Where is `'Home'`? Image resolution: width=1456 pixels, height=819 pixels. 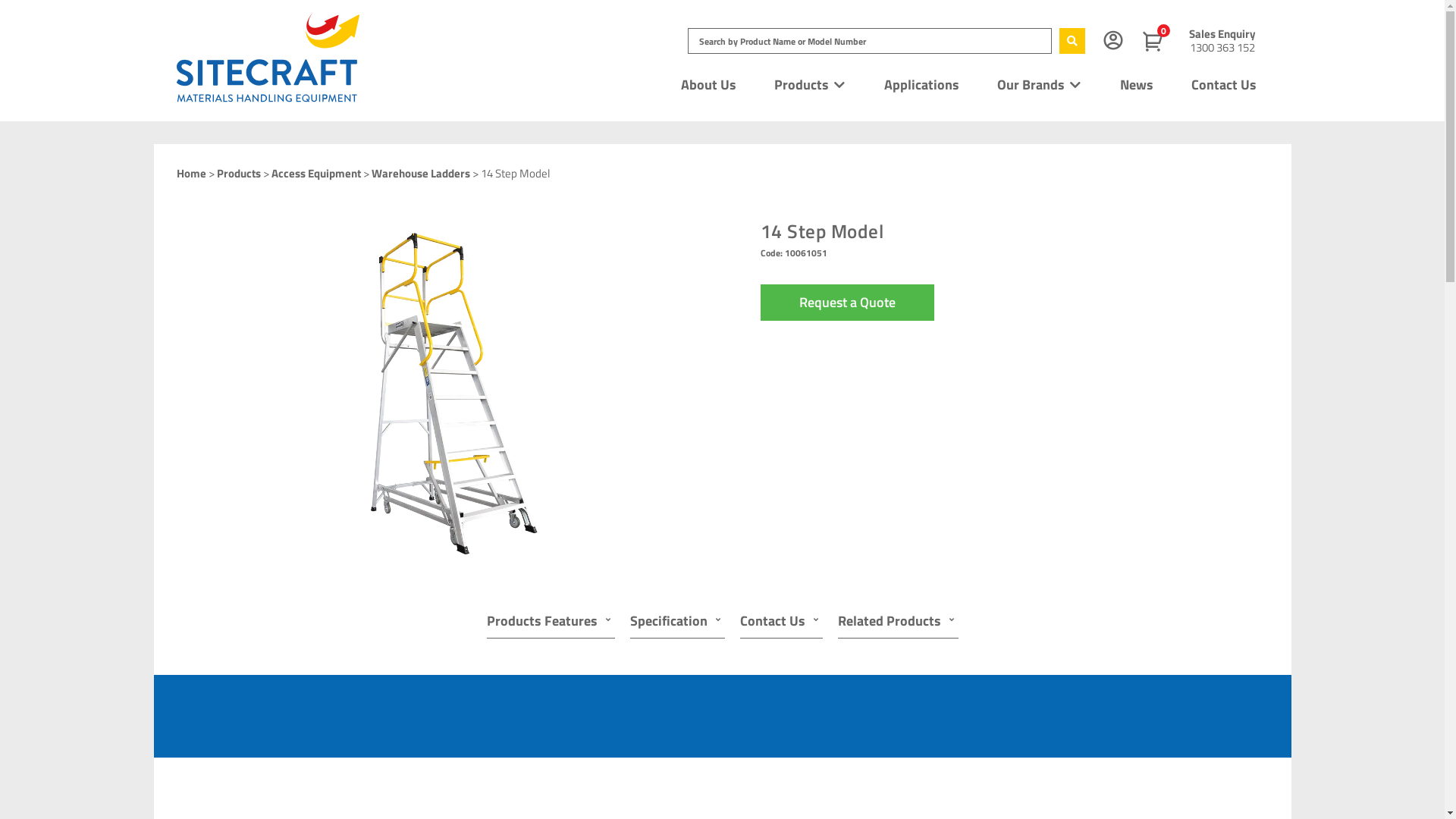 'Home' is located at coordinates (190, 172).